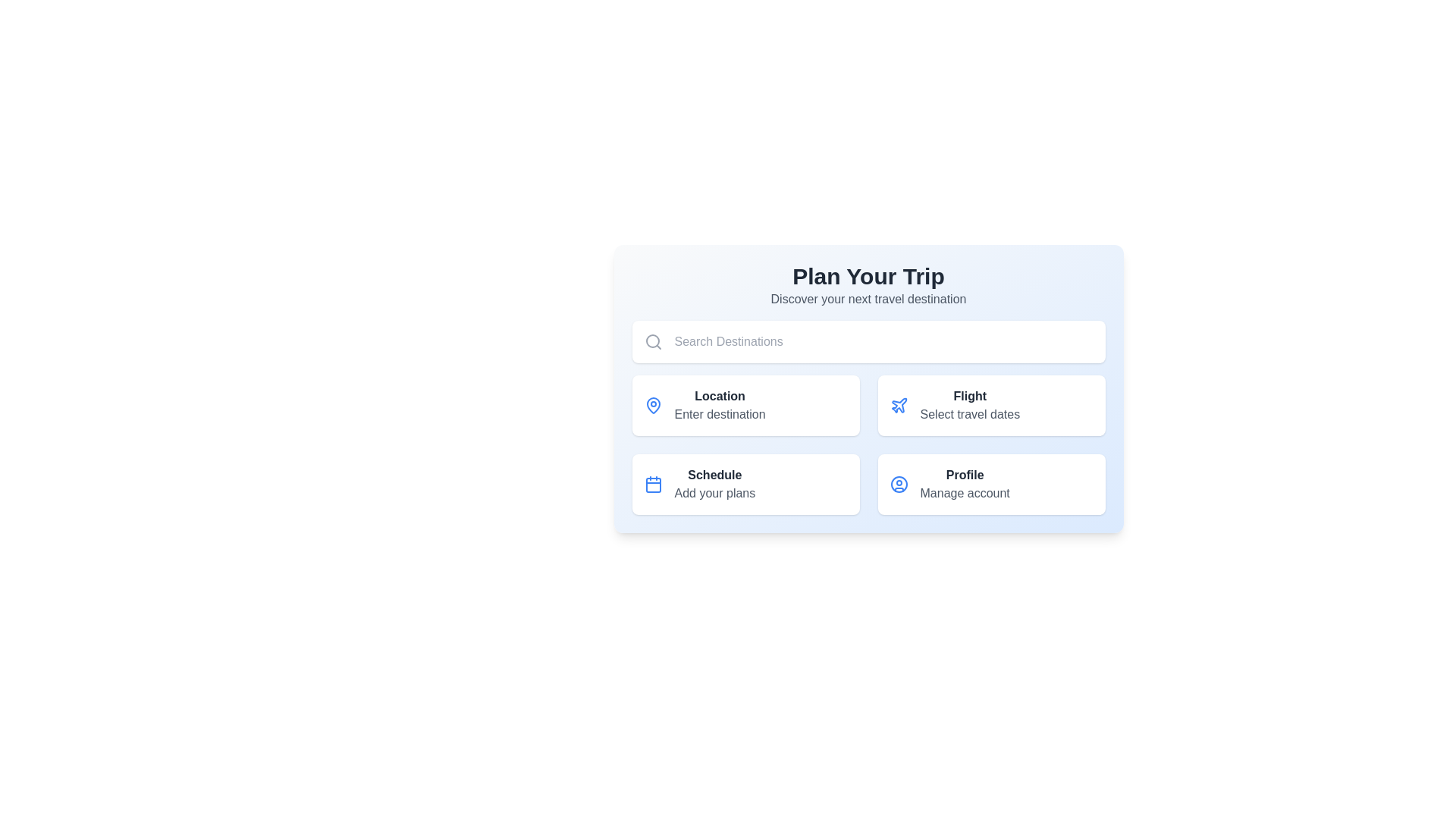 Image resolution: width=1456 pixels, height=819 pixels. Describe the element at coordinates (964, 485) in the screenshot. I see `text displayed in the card-style UI unit, which includes 'Profile' in bold dark gray and 'Manage account' in lighter gray` at that location.